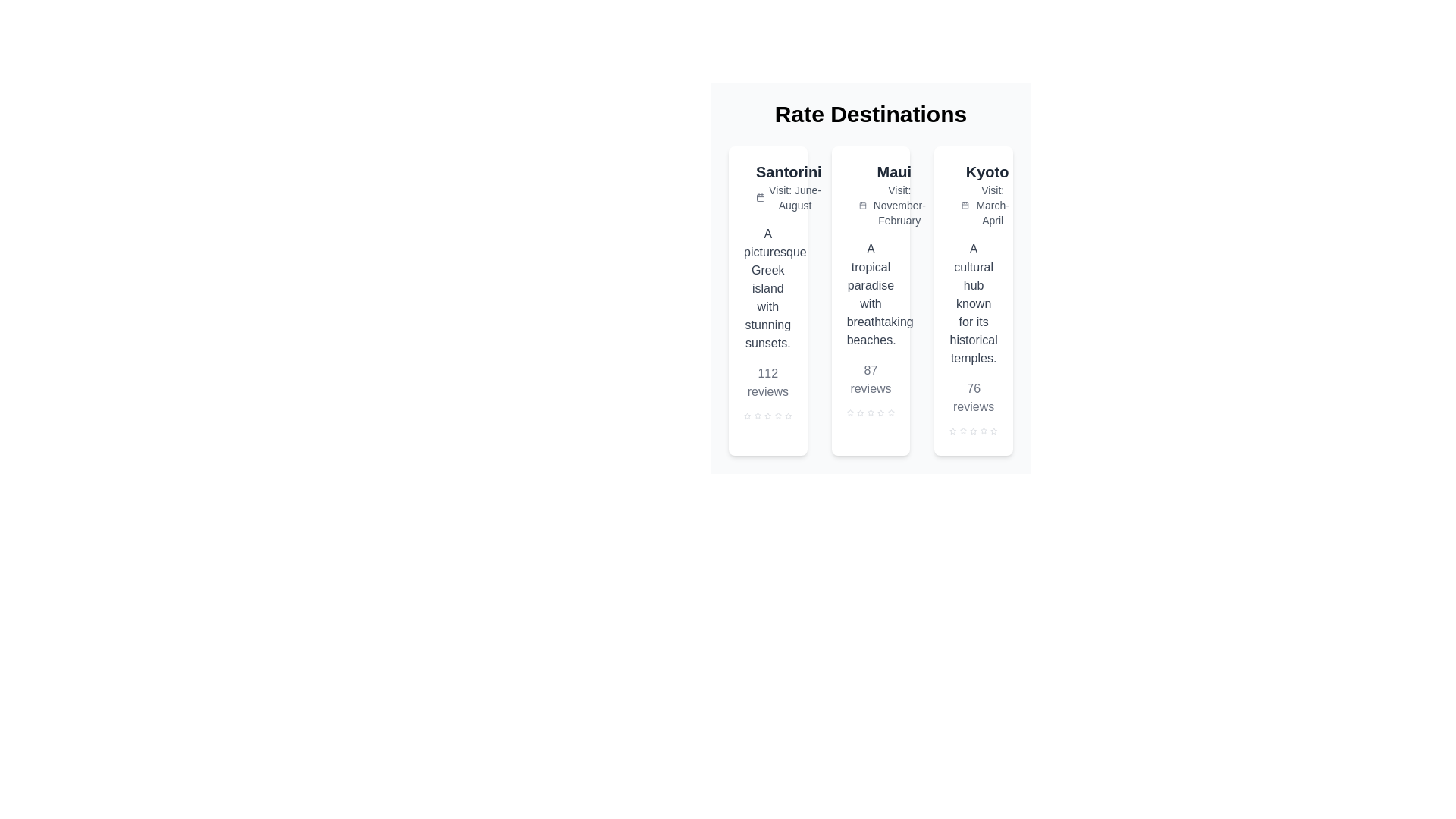  What do you see at coordinates (987, 194) in the screenshot?
I see `informational text block that provides details about the destination 'Kyoto', which is located under the title 'Rate Destinations'` at bounding box center [987, 194].